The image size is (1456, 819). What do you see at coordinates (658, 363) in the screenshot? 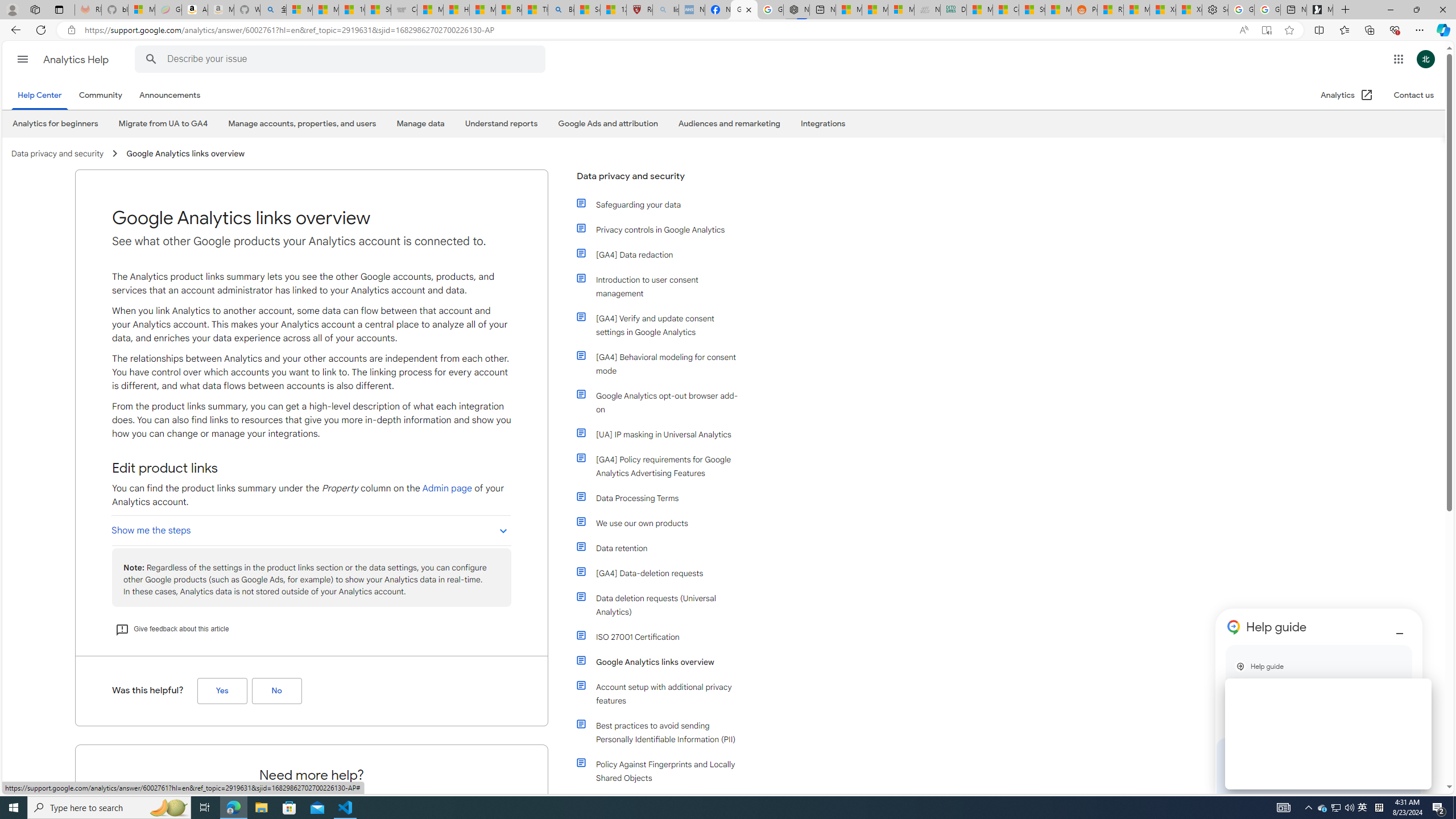
I see `'[GA4] Behavioral modeling for consent mode'` at bounding box center [658, 363].